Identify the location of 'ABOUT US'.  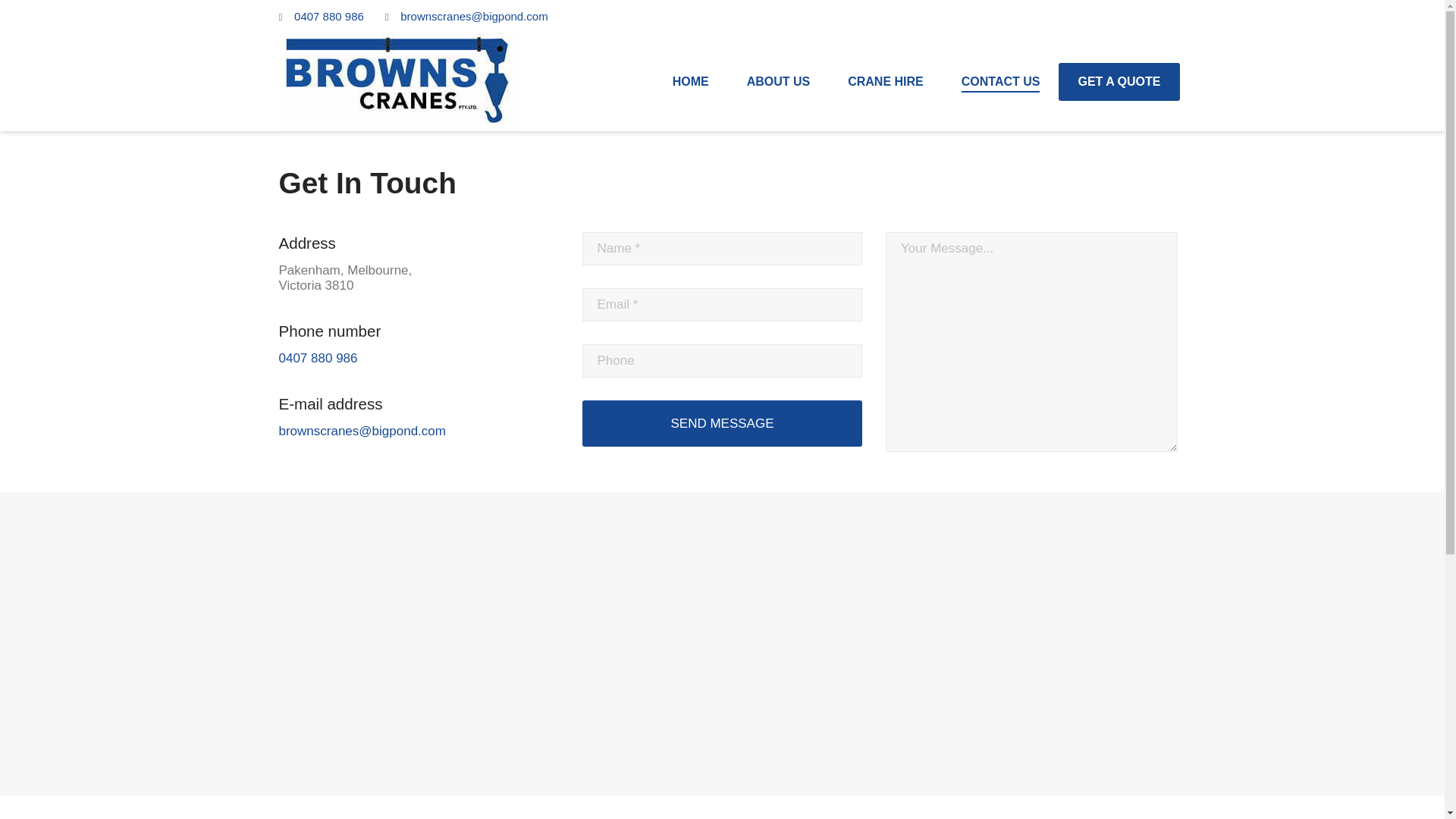
(779, 82).